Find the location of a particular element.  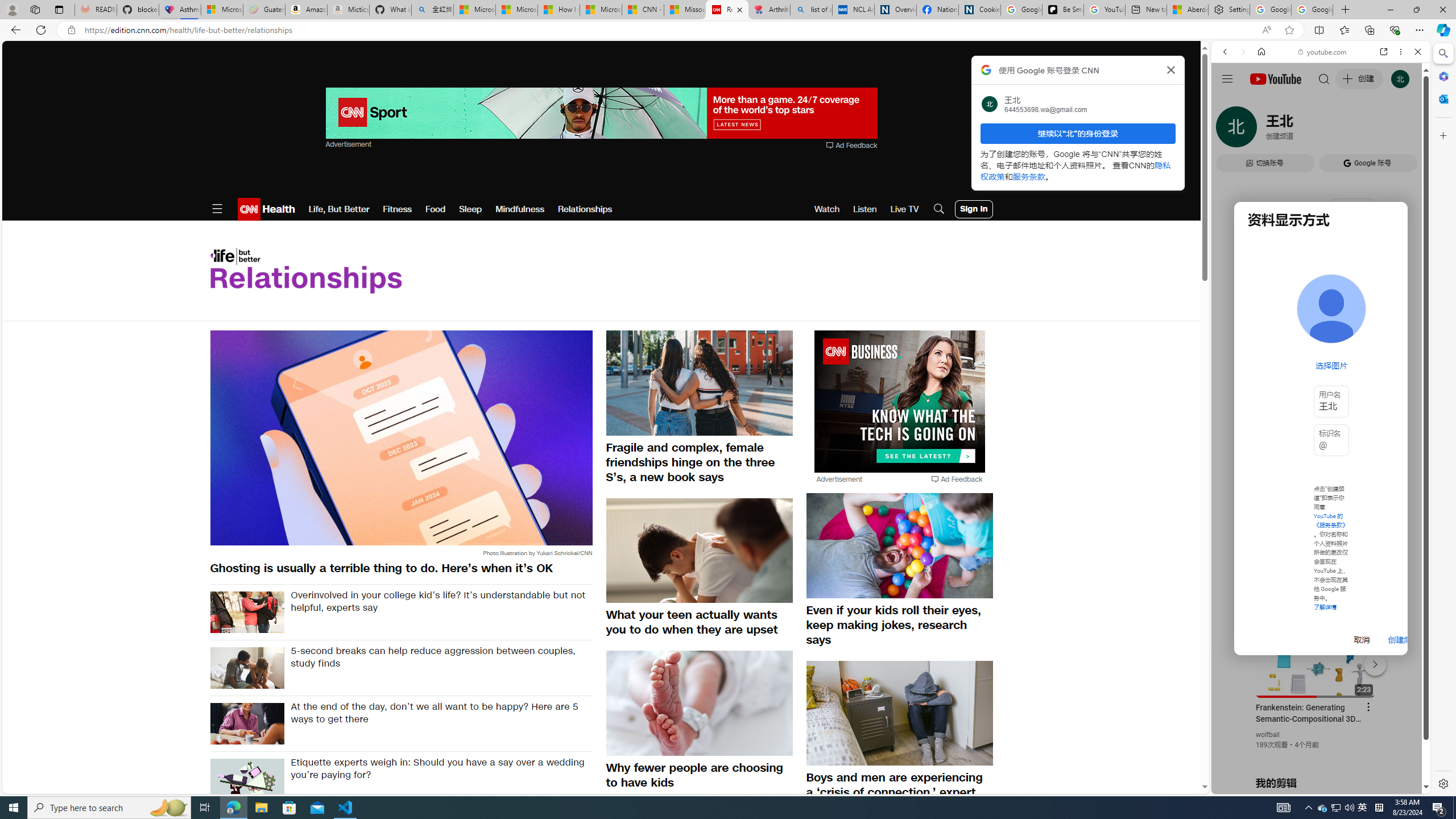

'Relationships' is located at coordinates (585, 209).